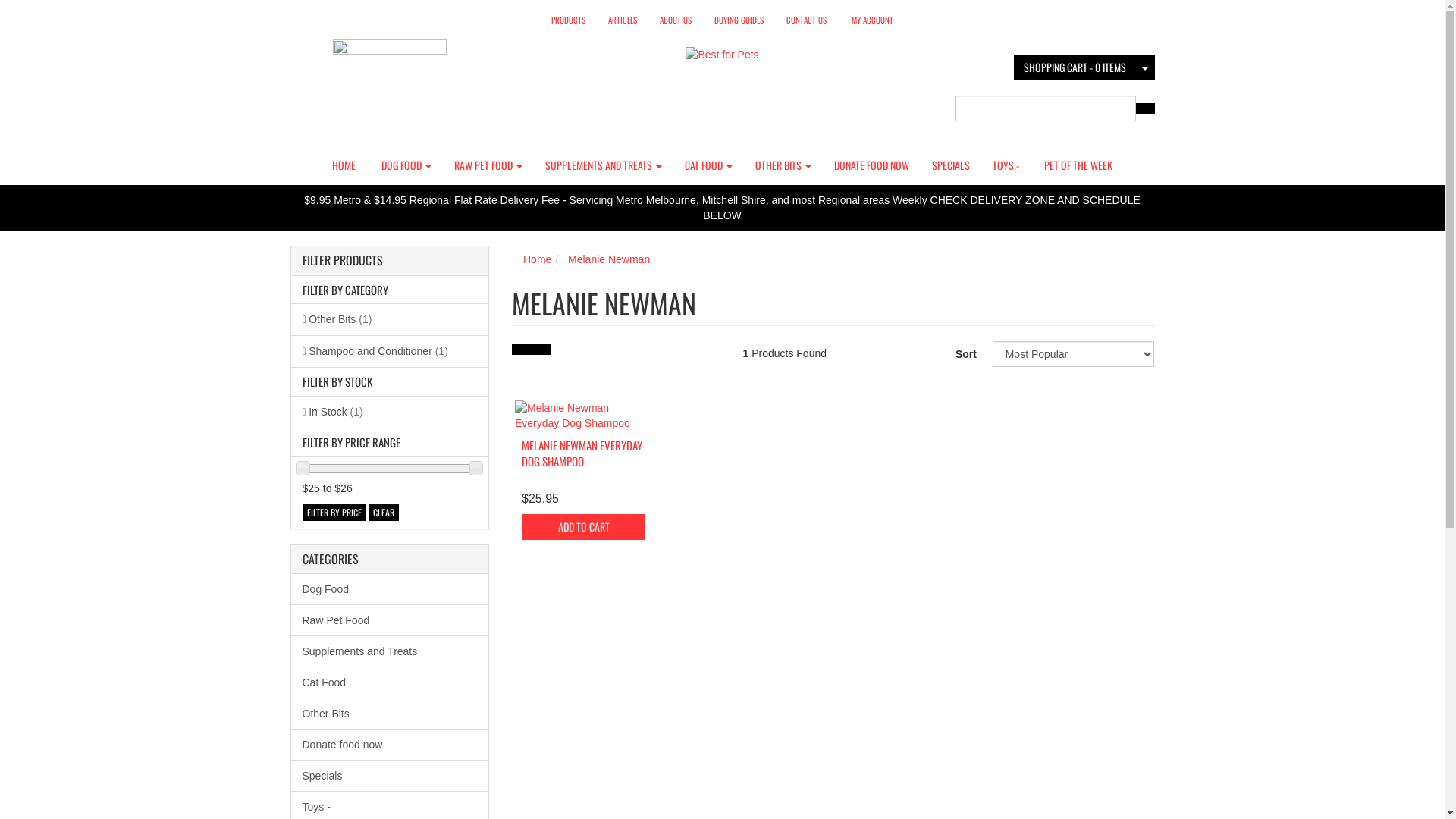 This screenshot has height=819, width=1456. Describe the element at coordinates (739, 20) in the screenshot. I see `'BUYING GUIDES'` at that location.